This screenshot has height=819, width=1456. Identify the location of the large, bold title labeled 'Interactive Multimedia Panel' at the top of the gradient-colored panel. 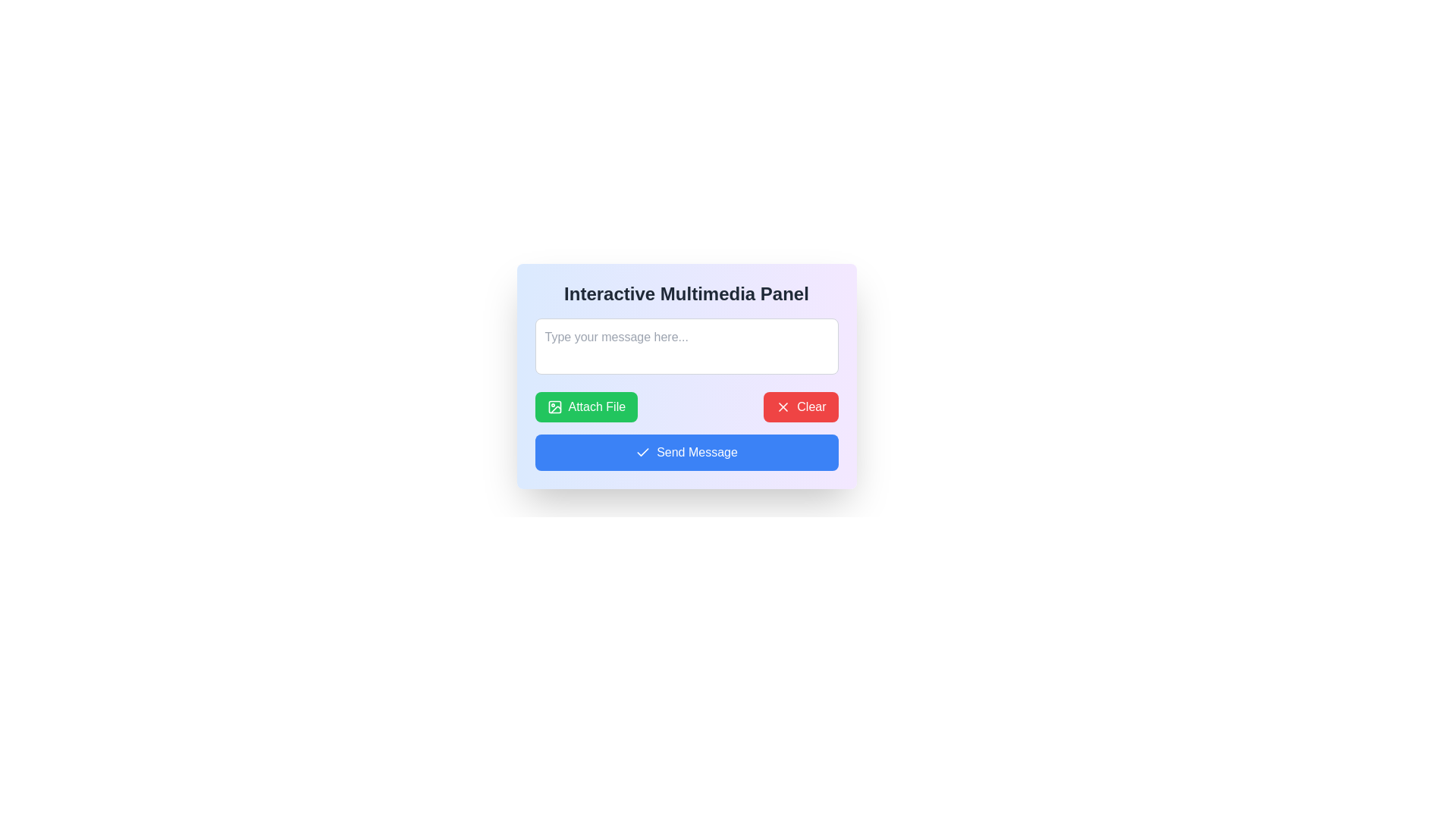
(686, 294).